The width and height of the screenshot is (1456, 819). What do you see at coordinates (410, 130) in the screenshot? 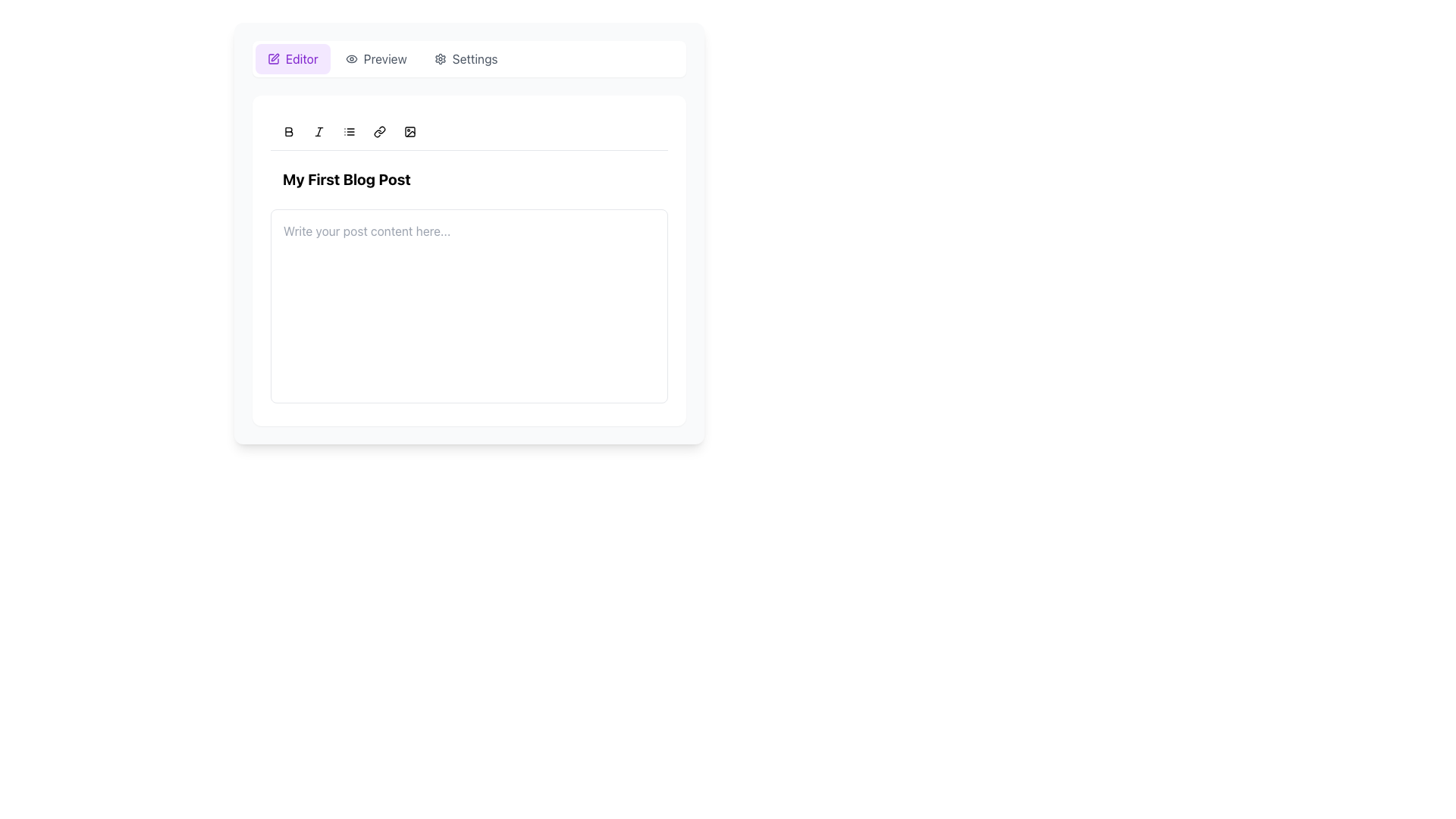
I see `the button displaying an image icon representing a photograph with a mountain and sun motif, located in the toolbar above the text editor` at bounding box center [410, 130].